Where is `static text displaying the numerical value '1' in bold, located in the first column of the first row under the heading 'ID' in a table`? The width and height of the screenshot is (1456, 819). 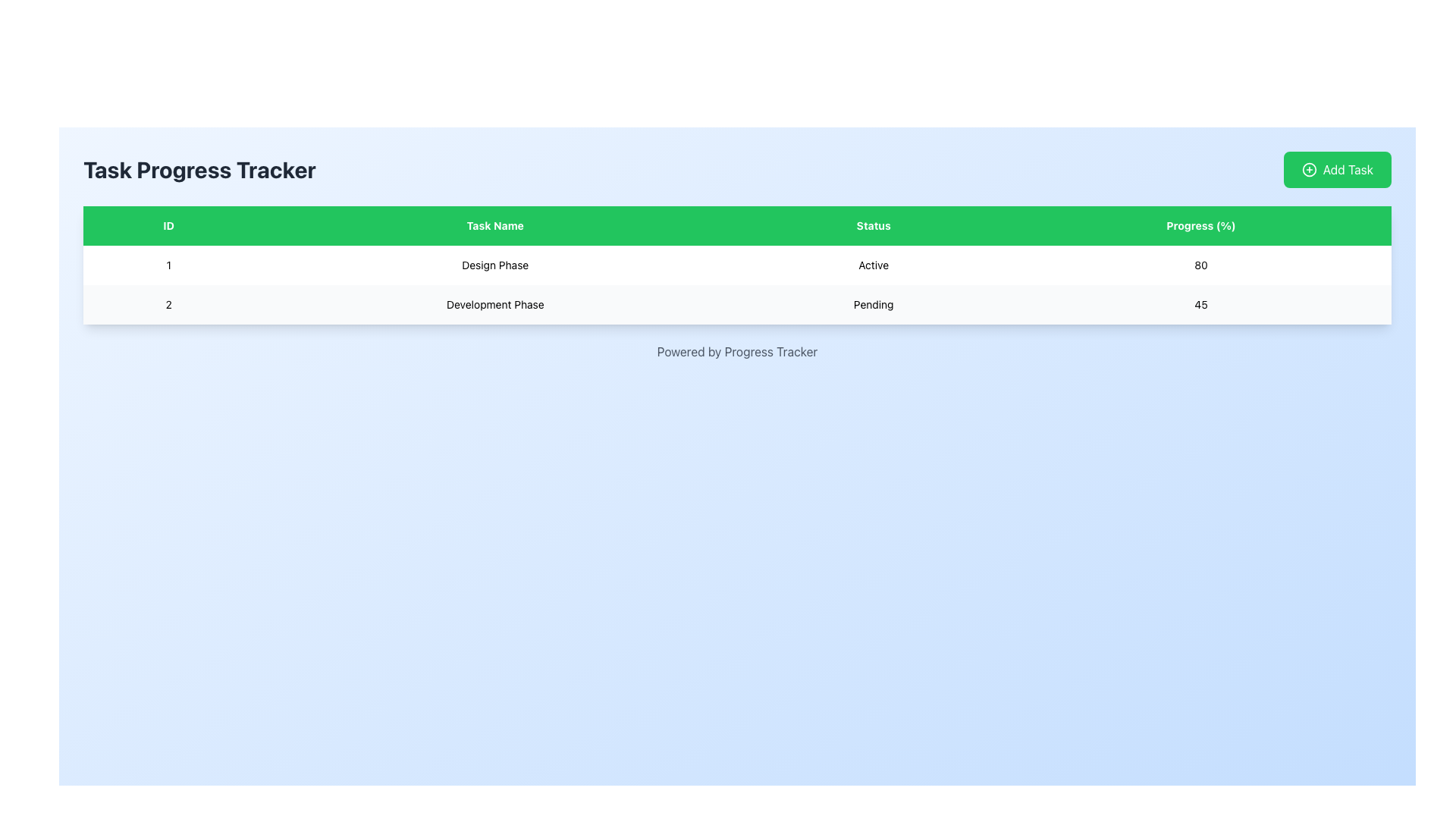 static text displaying the numerical value '1' in bold, located in the first column of the first row under the heading 'ID' in a table is located at coordinates (168, 265).